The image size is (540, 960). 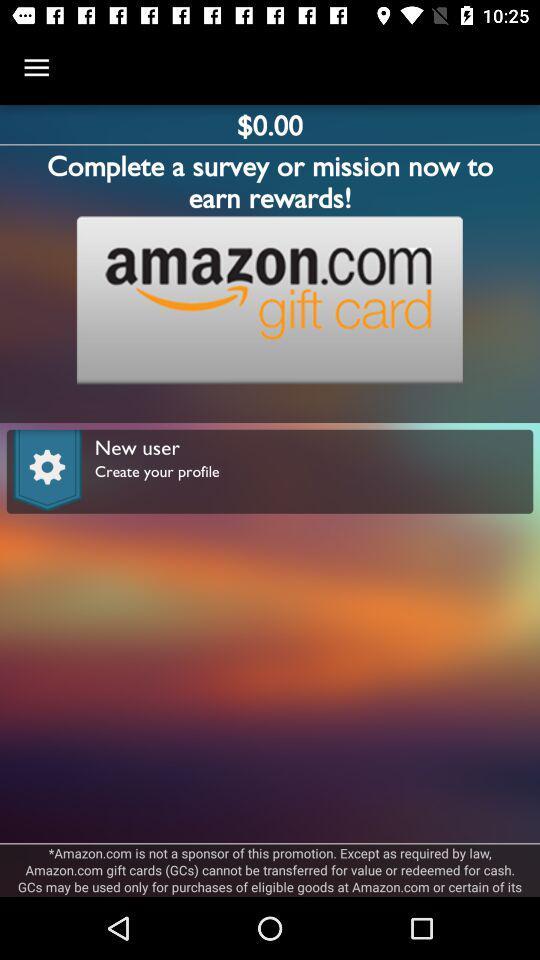 I want to click on the icon at the top left corner, so click(x=36, y=68).